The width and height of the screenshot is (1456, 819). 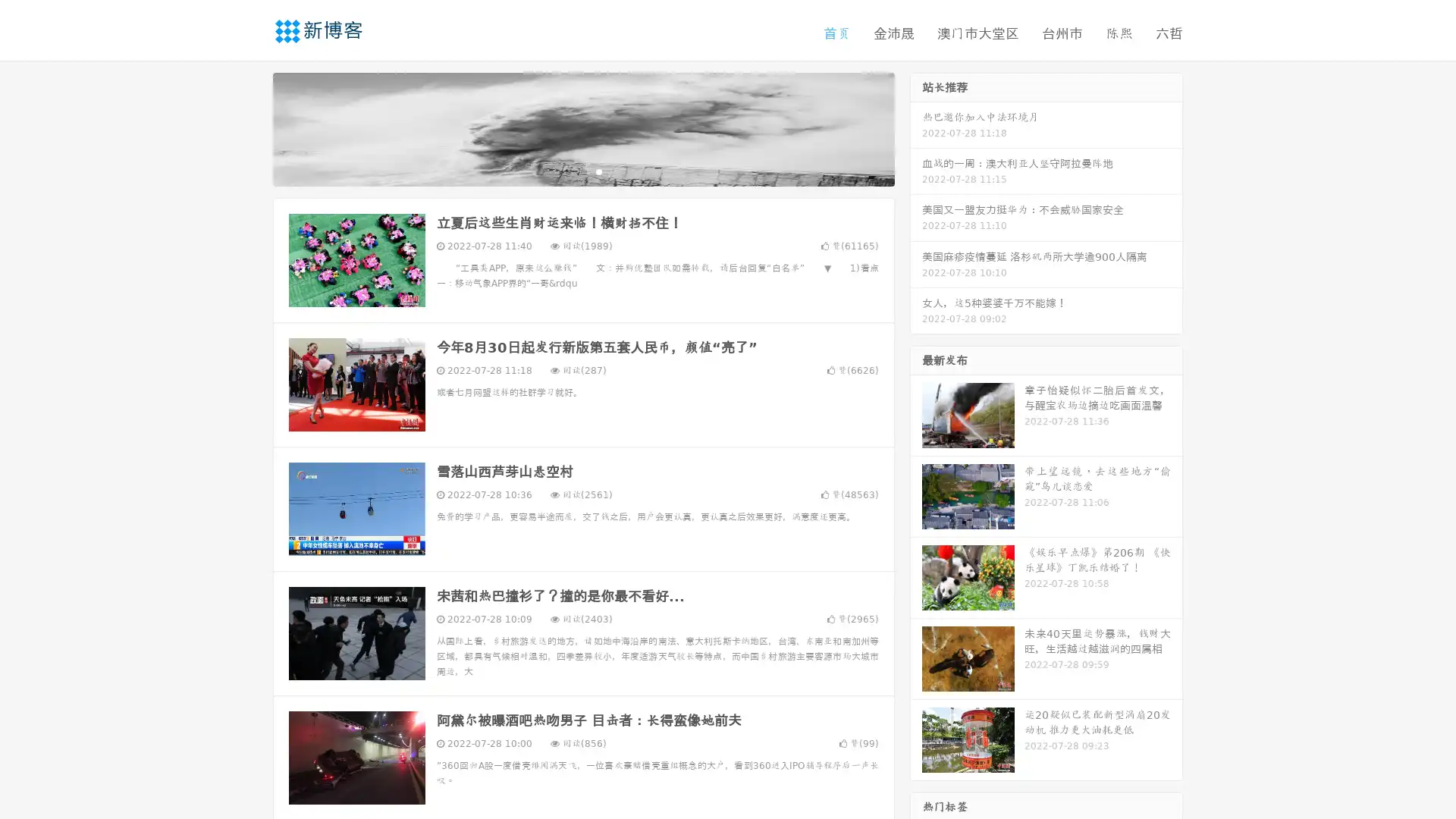 What do you see at coordinates (250, 127) in the screenshot?
I see `Previous slide` at bounding box center [250, 127].